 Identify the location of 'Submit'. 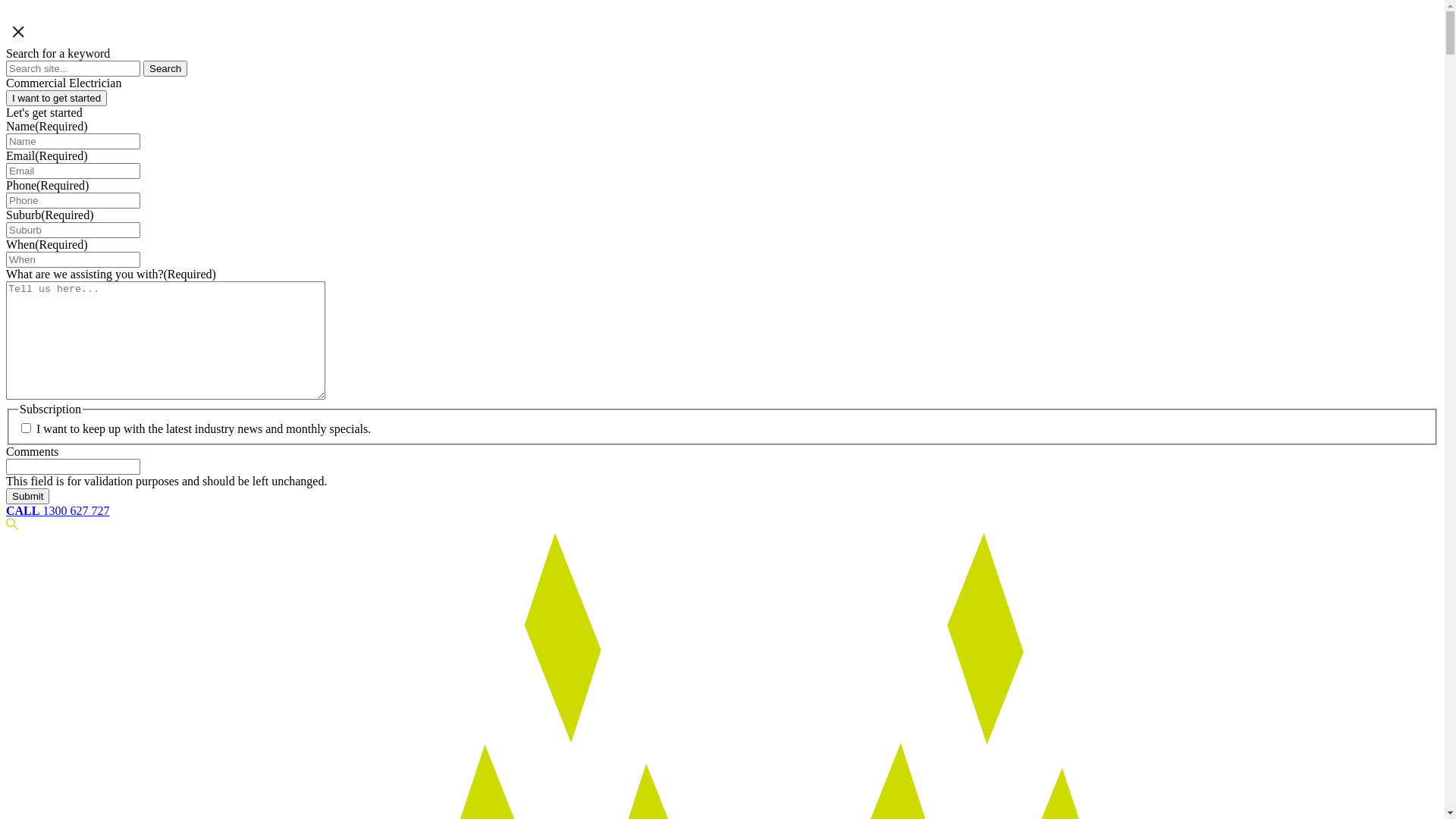
(27, 496).